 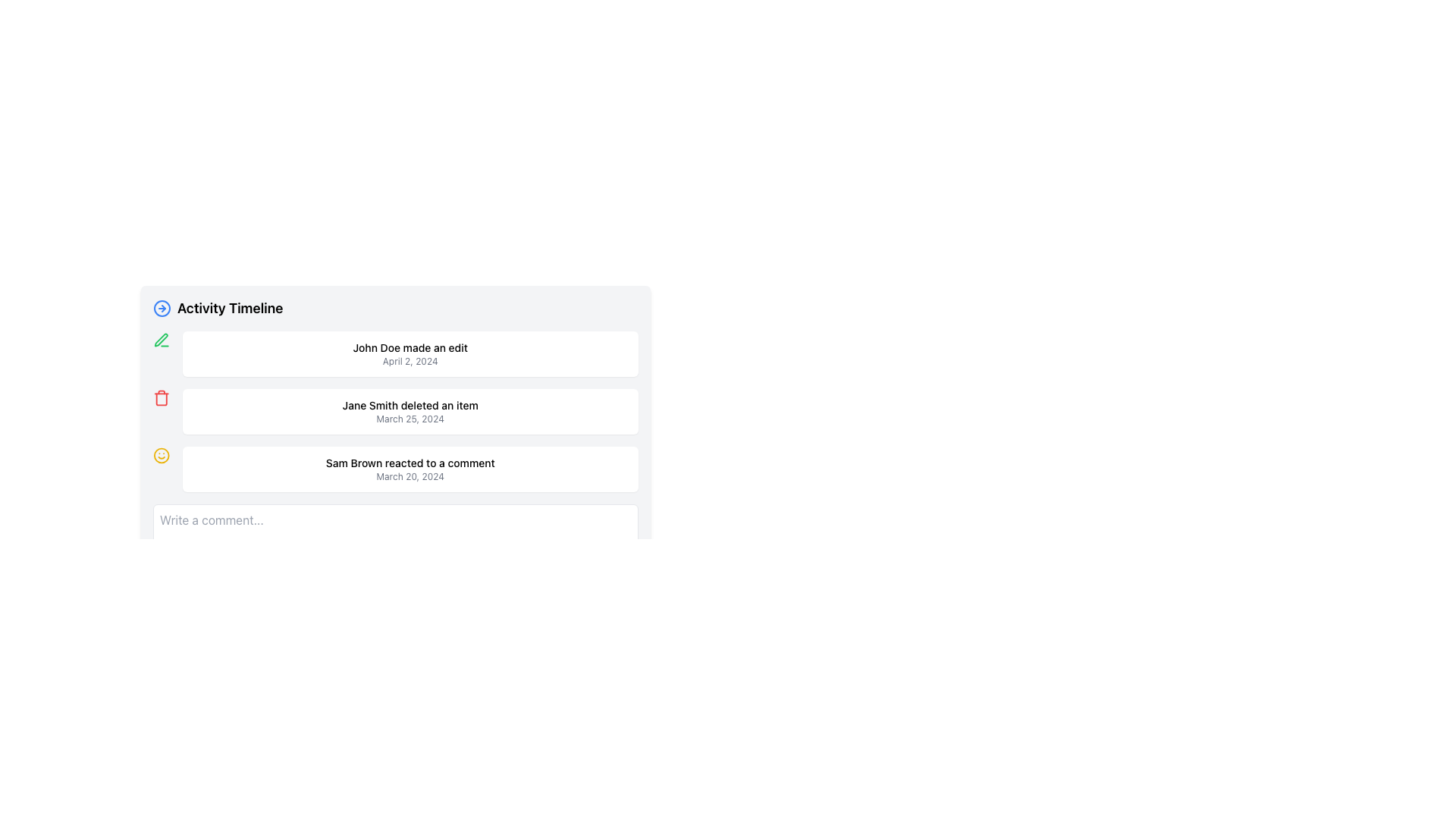 I want to click on the smiley face icon located at the top left of the panel row containing the text 'Sam Brown reacted to a comment March 20, 2024', so click(x=162, y=455).